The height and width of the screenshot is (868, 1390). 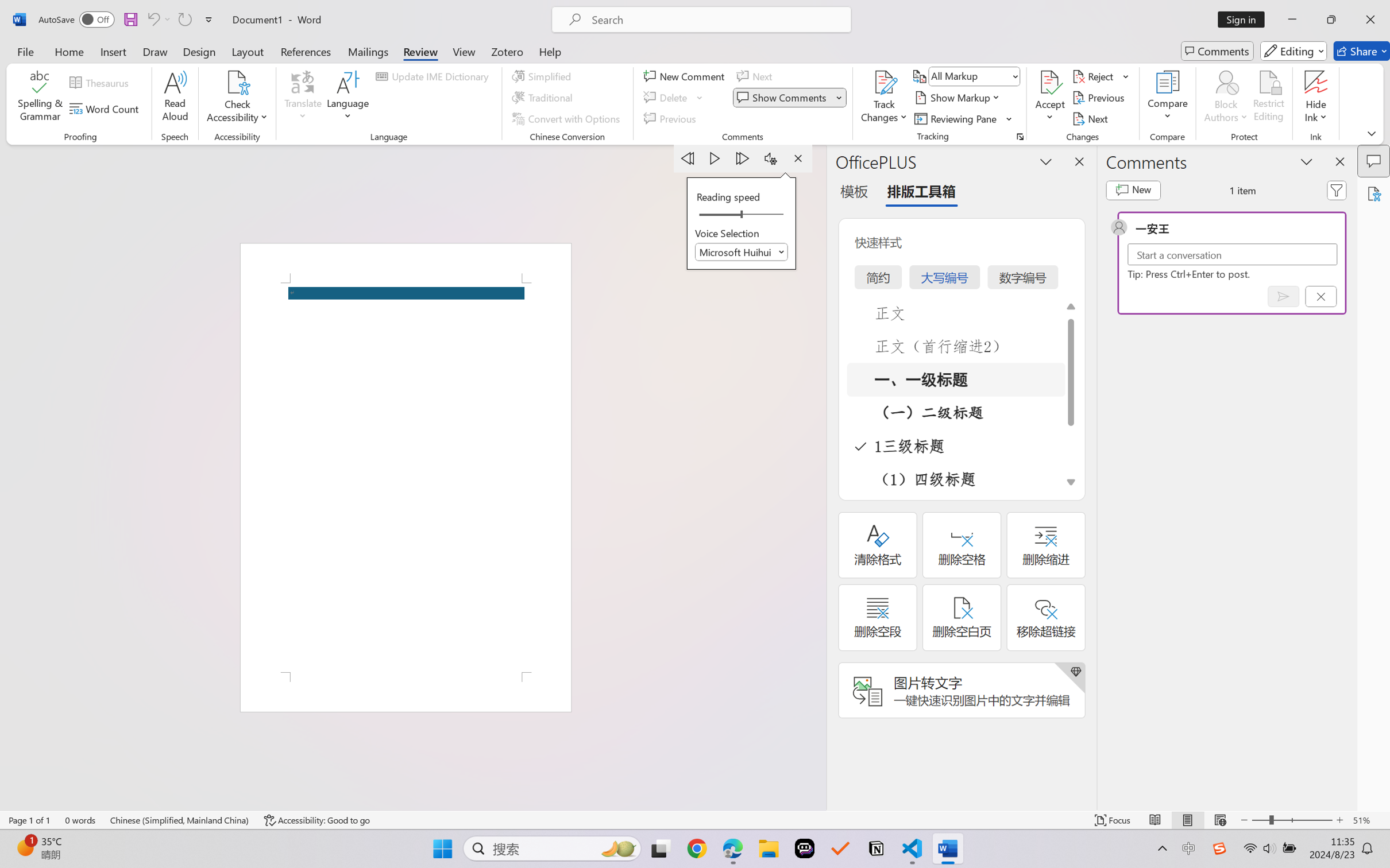 What do you see at coordinates (567, 119) in the screenshot?
I see `'Convert with Options...'` at bounding box center [567, 119].